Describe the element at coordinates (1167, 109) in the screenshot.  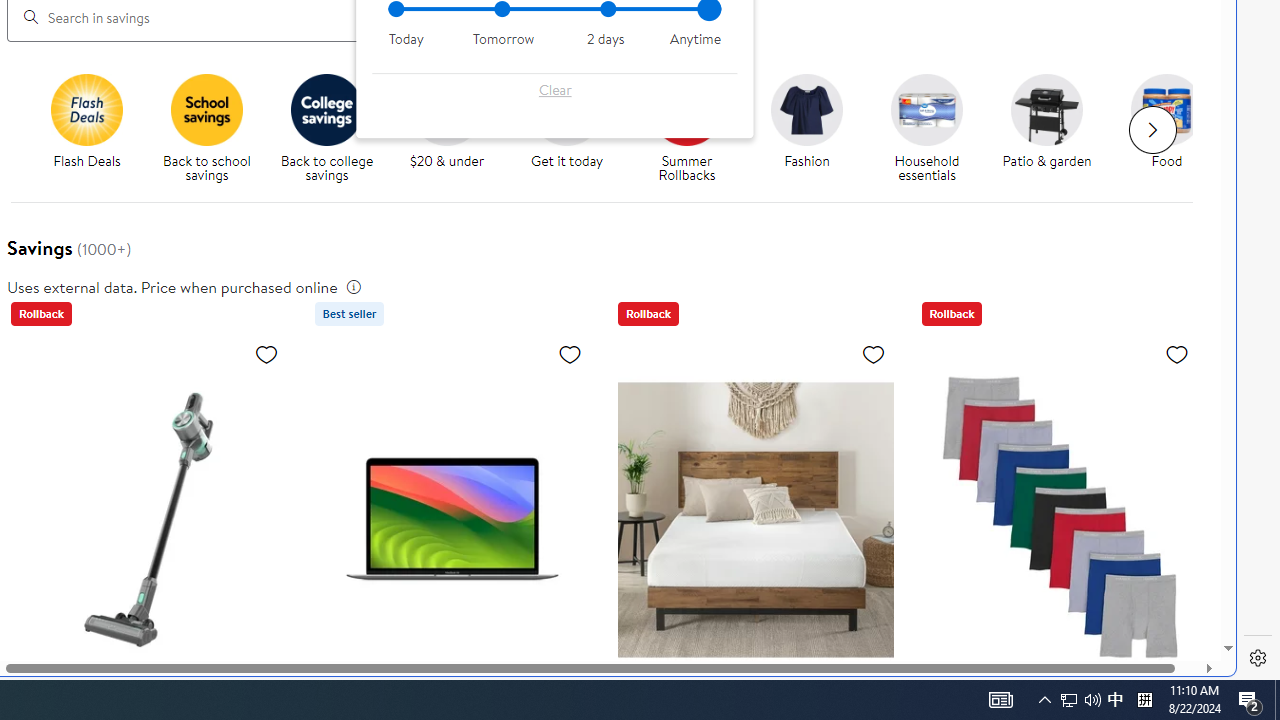
I see `'Food'` at that location.